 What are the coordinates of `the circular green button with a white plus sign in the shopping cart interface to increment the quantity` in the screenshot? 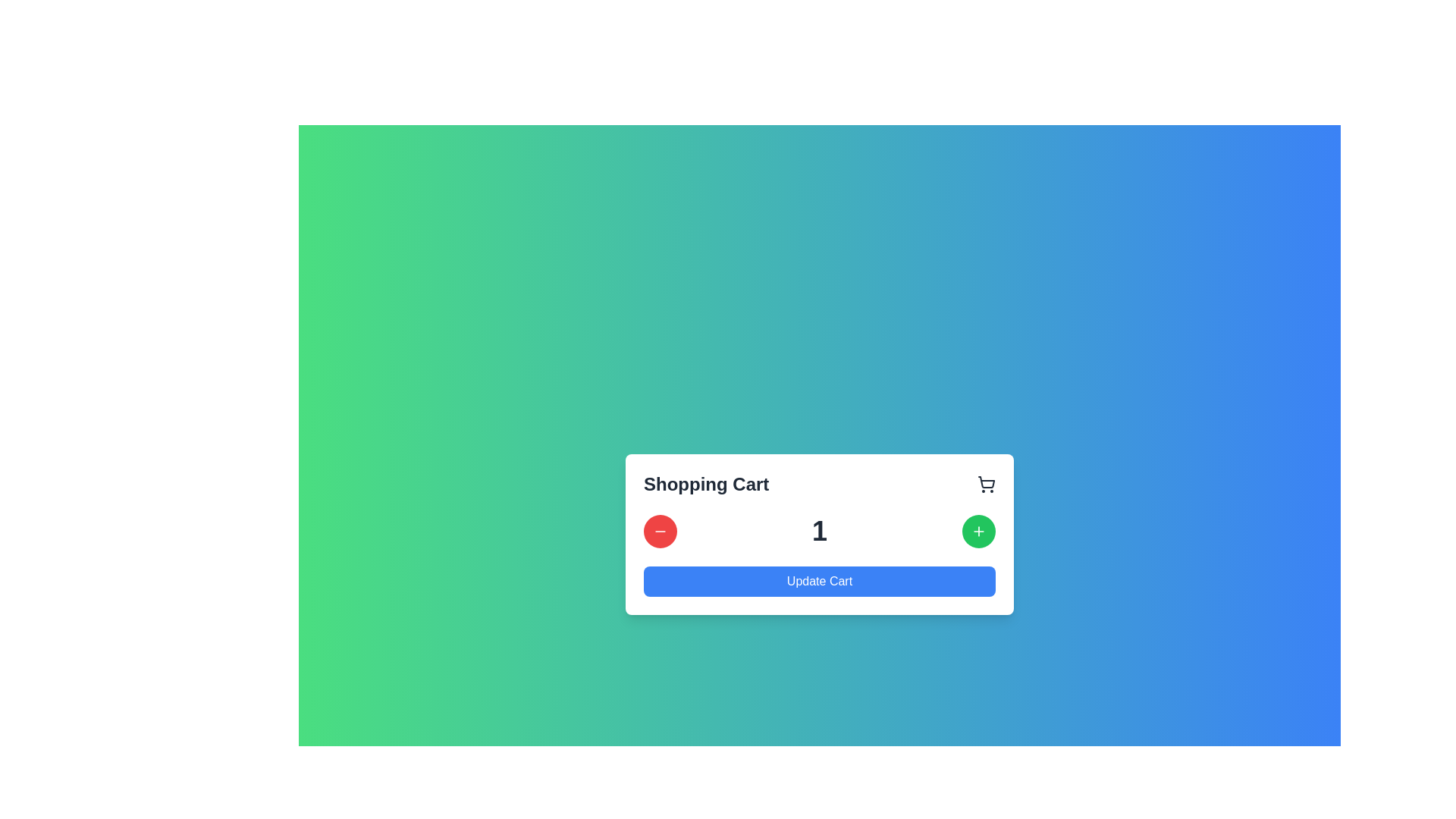 It's located at (979, 531).